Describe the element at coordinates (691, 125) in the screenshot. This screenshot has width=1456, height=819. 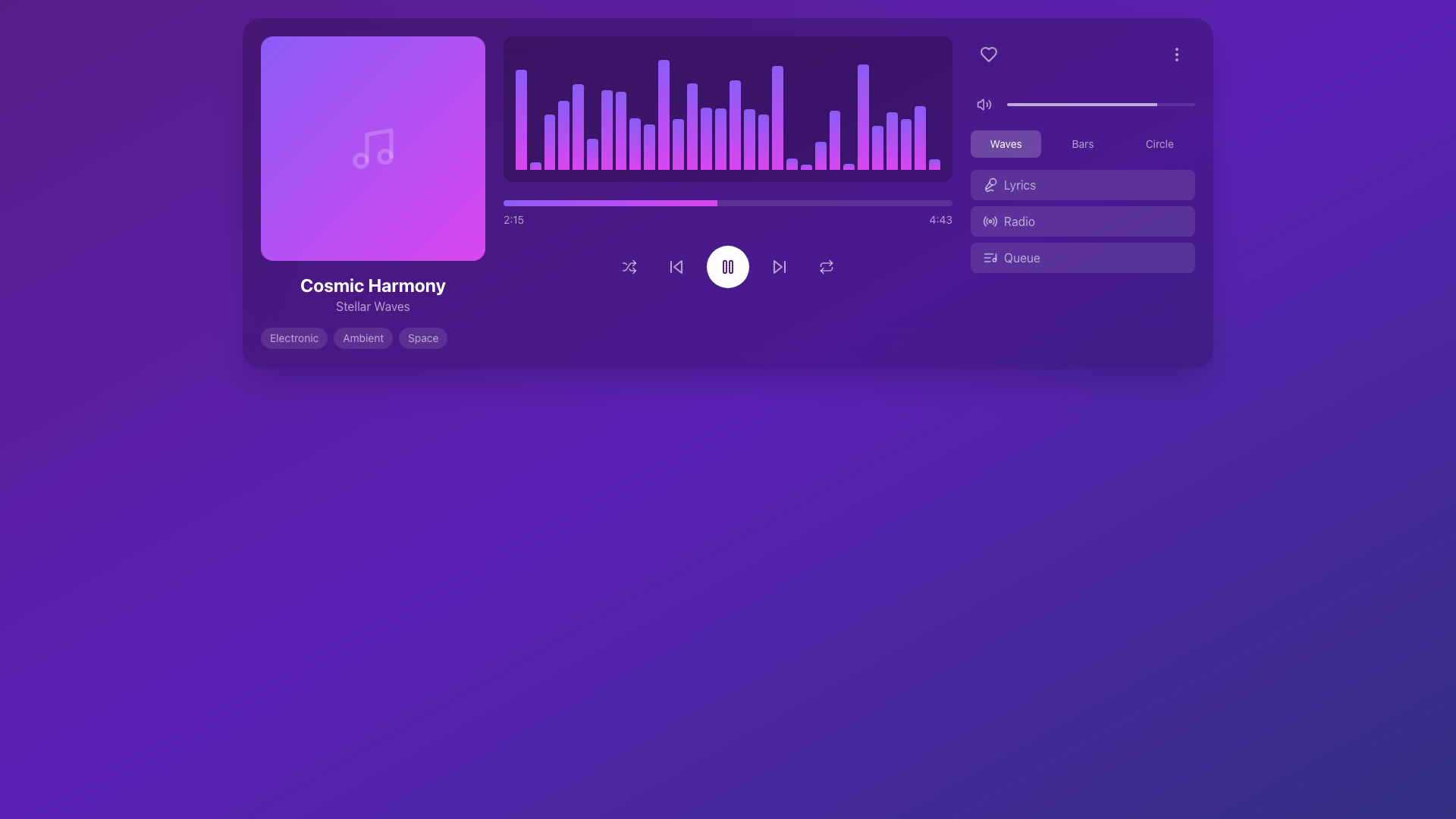
I see `data changes on the vertical bar in the bar chart that has a gradient color from fuchsia at the bottom to violet at the top, positioned towards the center of the chart area` at that location.